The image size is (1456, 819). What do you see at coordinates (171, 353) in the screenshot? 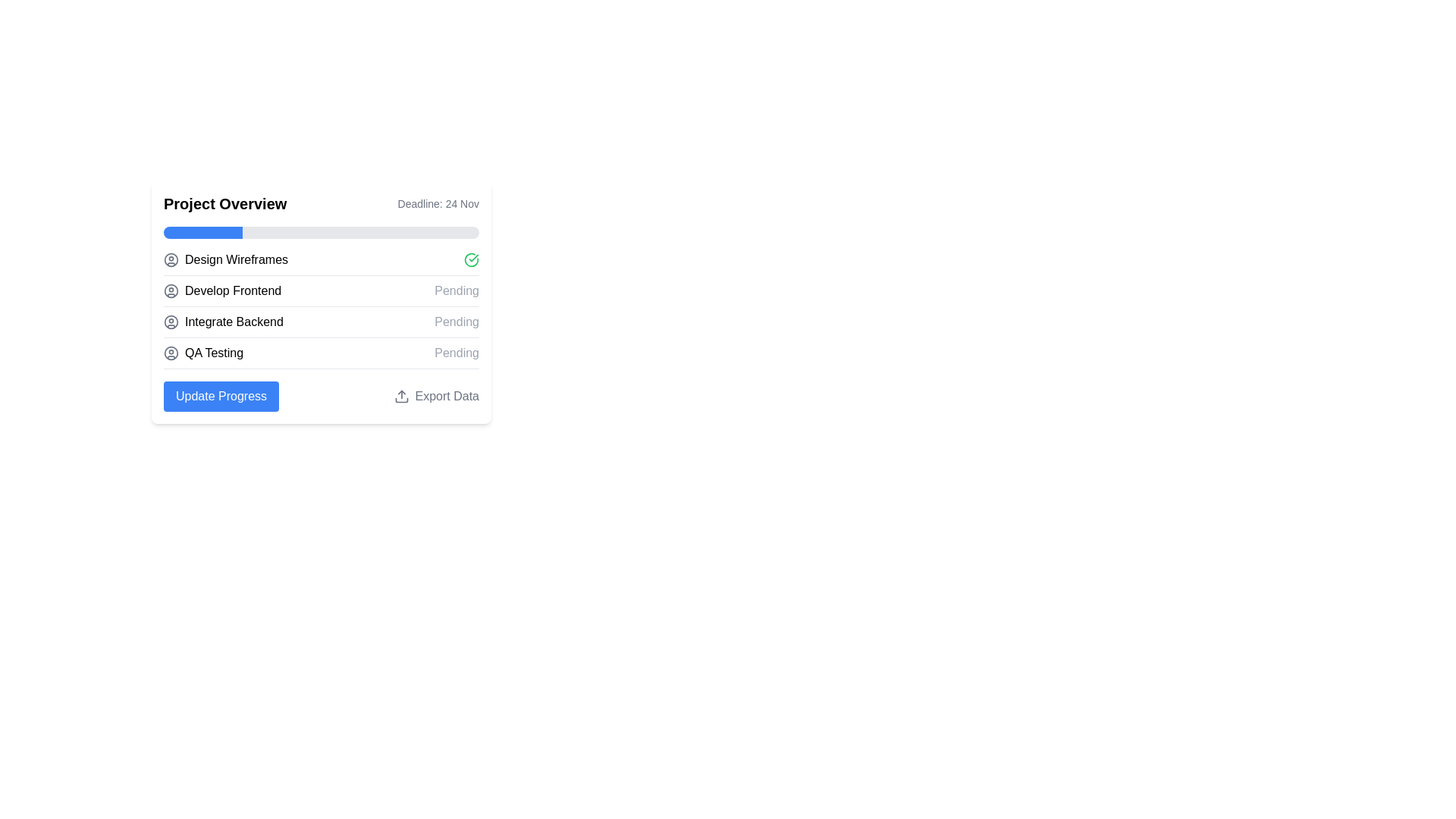
I see `the user profile icon located at the leftmost part of the 'QA Testing' entry in the 'Project Overview' section` at bounding box center [171, 353].